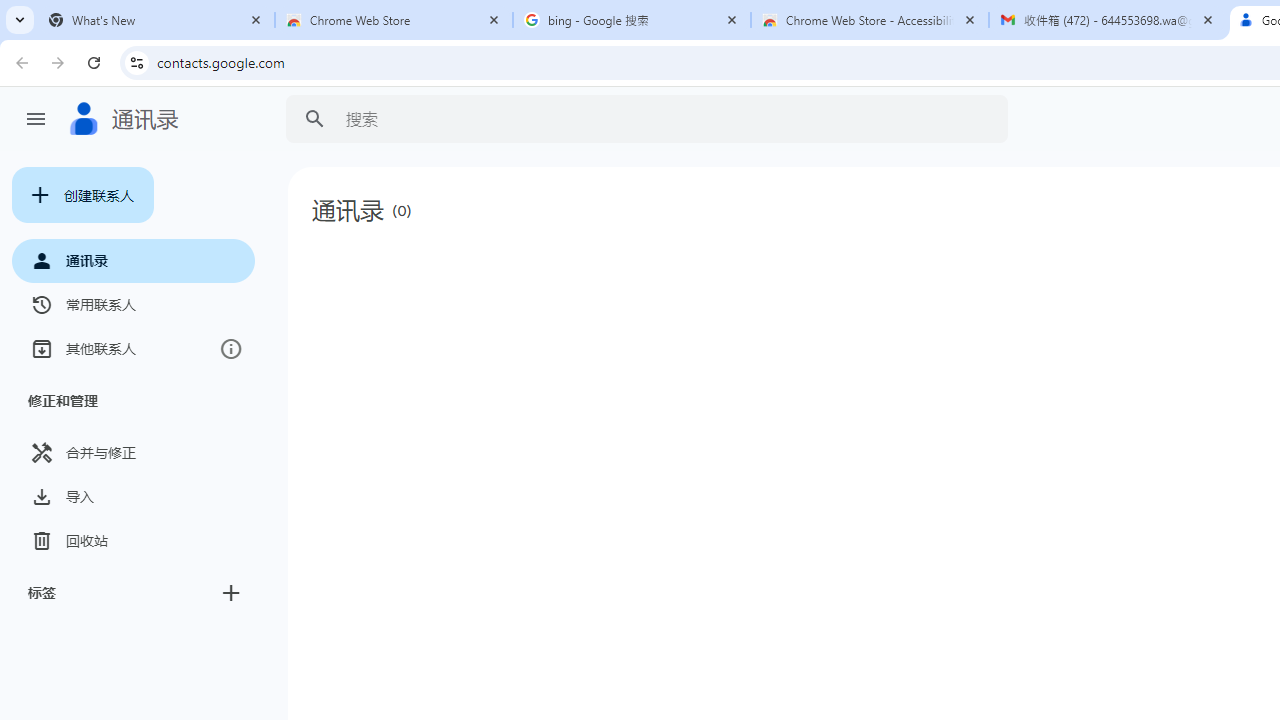  What do you see at coordinates (394, 20) in the screenshot?
I see `'Chrome Web Store'` at bounding box center [394, 20].